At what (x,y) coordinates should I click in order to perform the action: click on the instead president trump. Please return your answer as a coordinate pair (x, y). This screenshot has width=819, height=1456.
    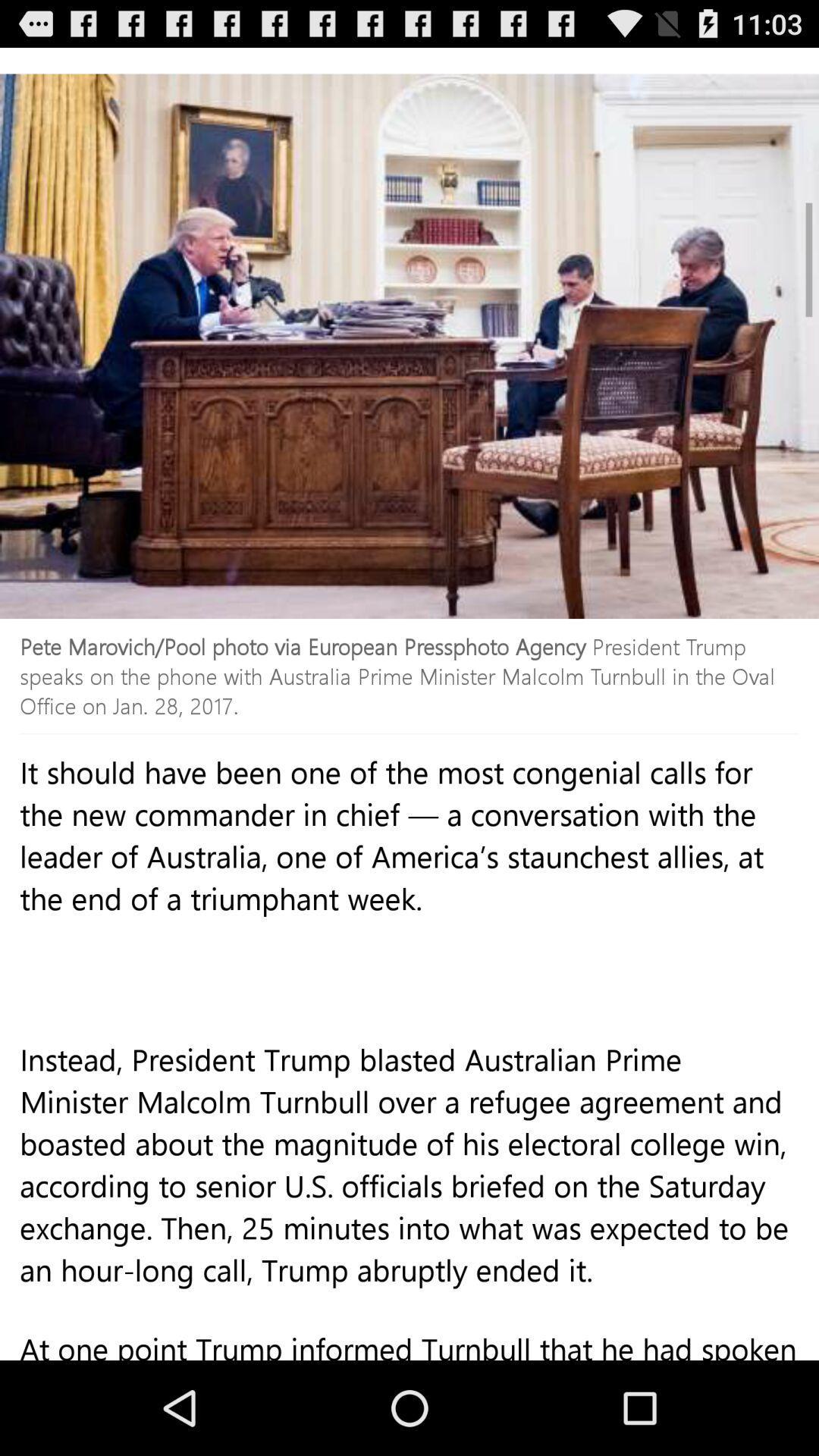
    Looking at the image, I should click on (409, 1197).